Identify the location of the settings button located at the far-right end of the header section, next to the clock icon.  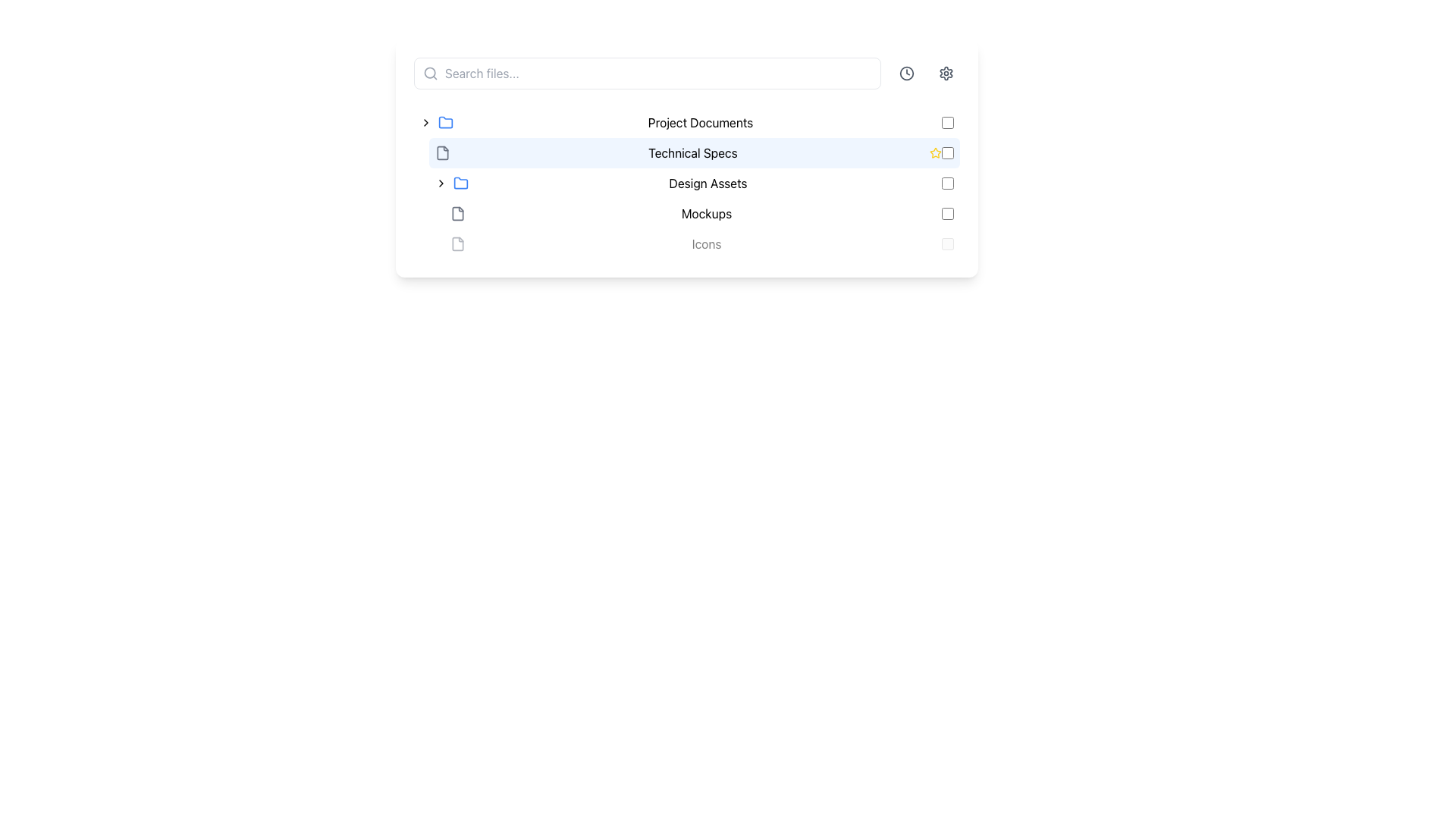
(946, 73).